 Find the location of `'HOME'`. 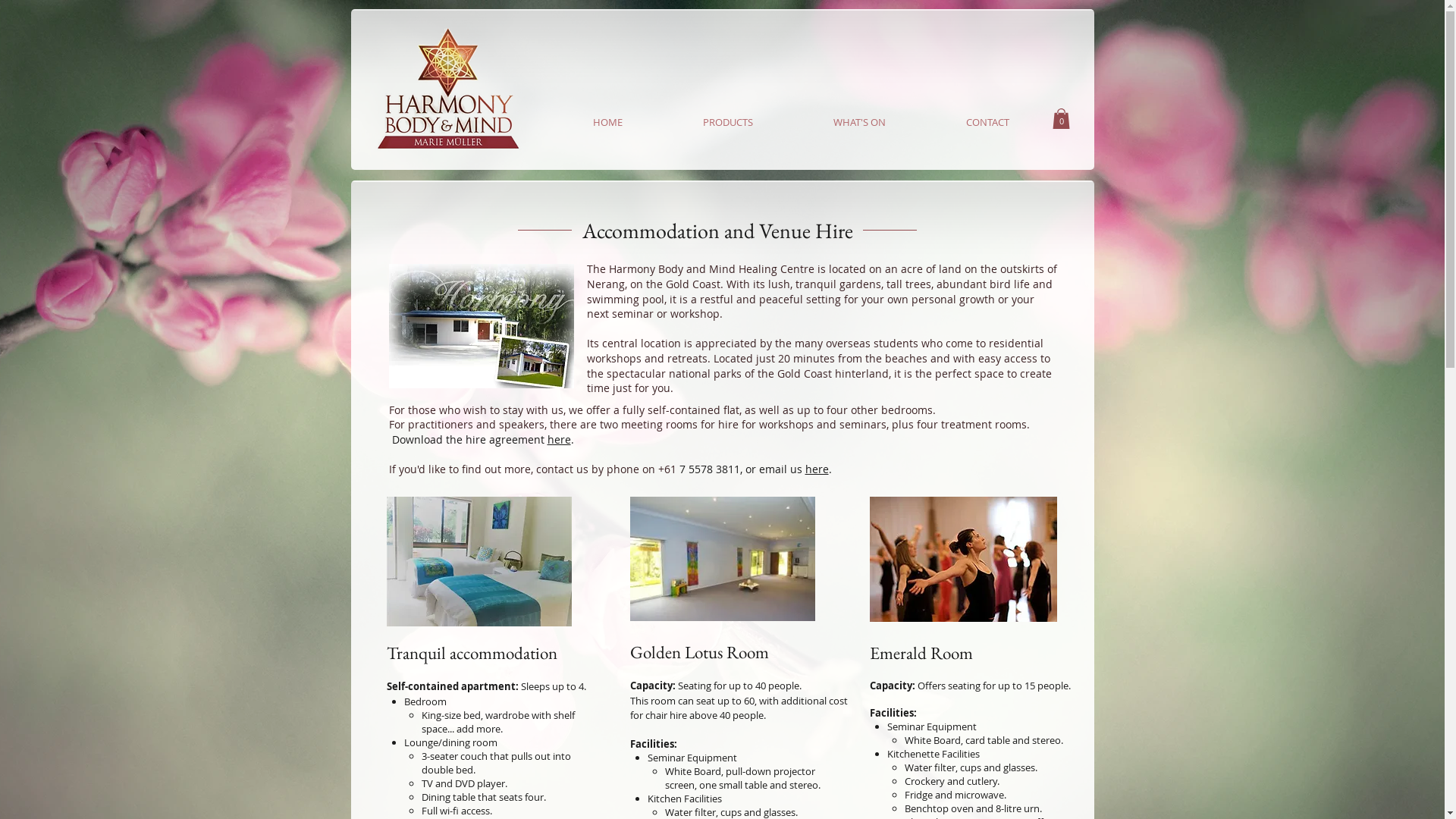

'HOME' is located at coordinates (551, 121).